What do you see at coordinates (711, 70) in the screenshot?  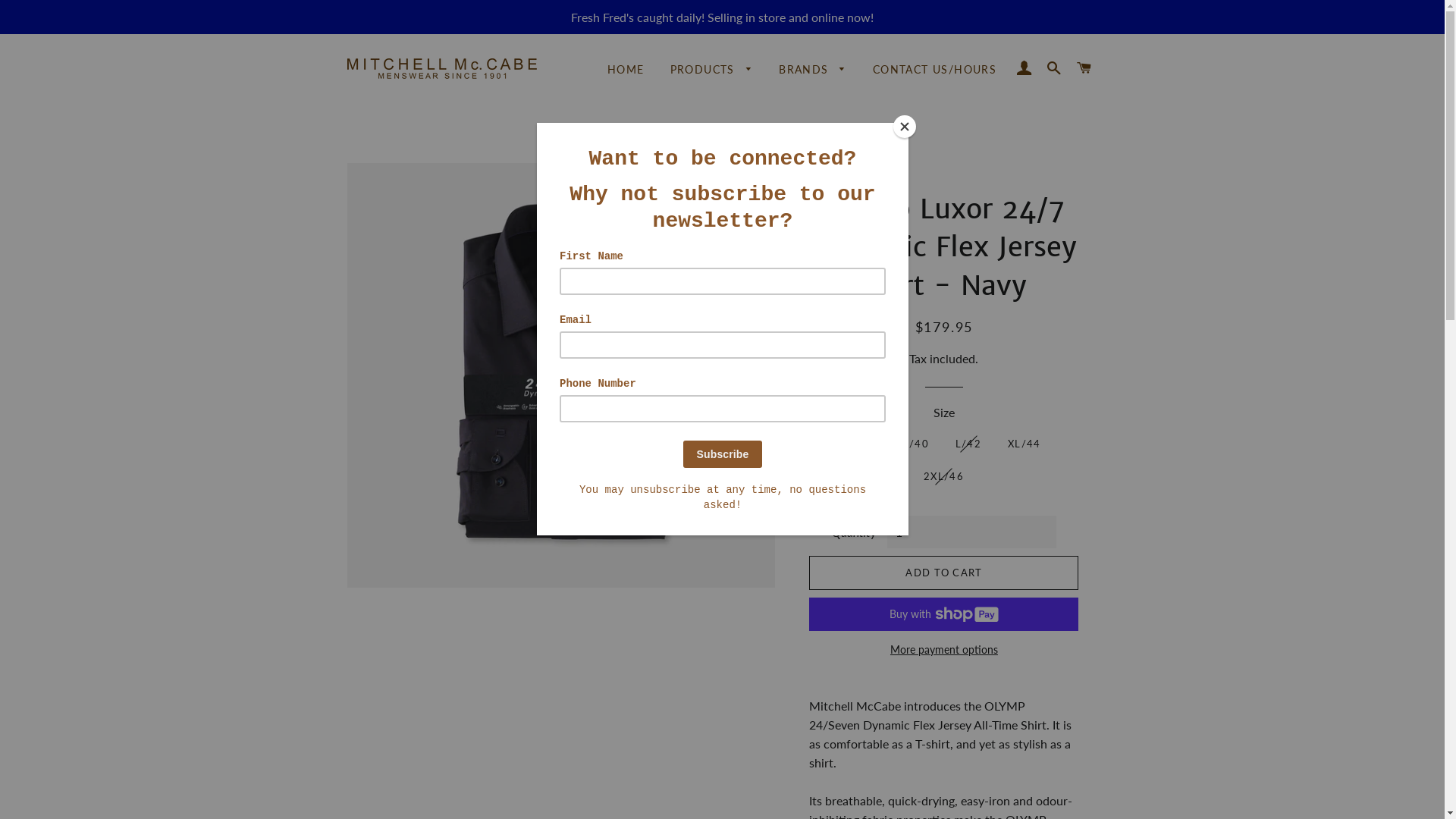 I see `'PRODUCTS'` at bounding box center [711, 70].